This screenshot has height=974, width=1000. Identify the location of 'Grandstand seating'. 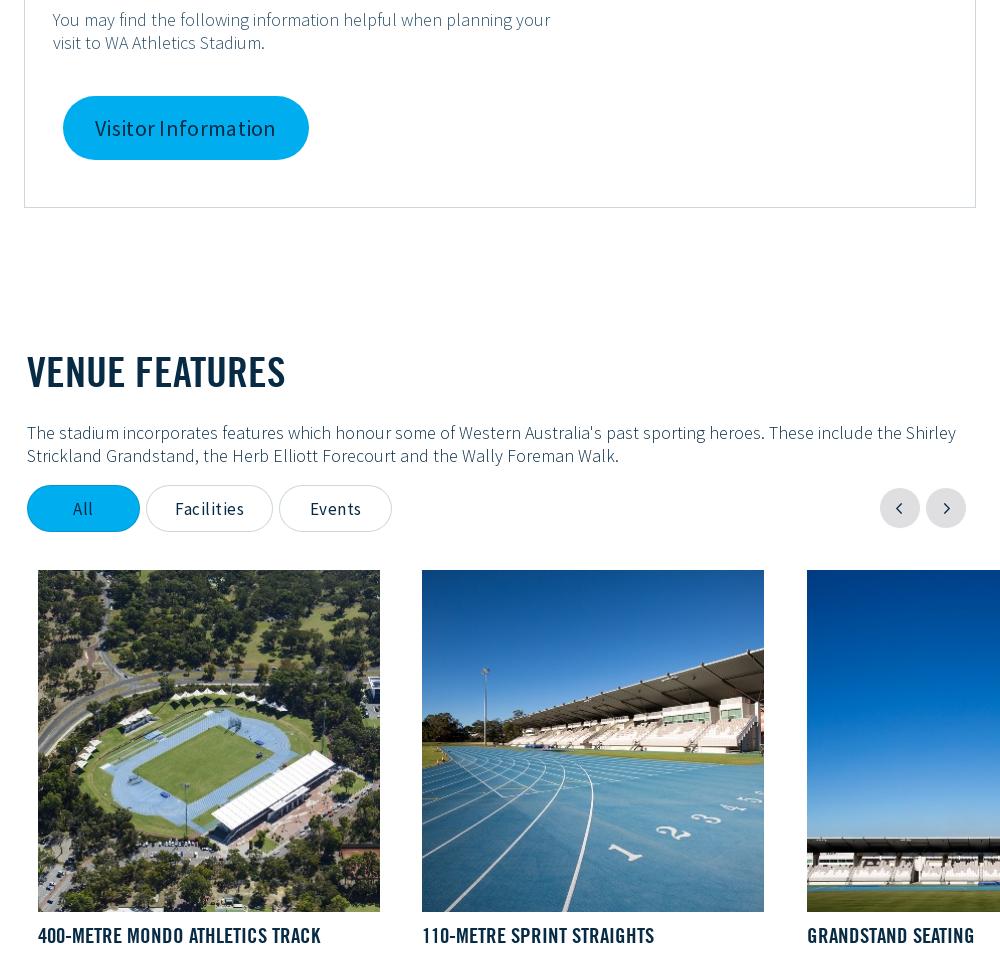
(890, 934).